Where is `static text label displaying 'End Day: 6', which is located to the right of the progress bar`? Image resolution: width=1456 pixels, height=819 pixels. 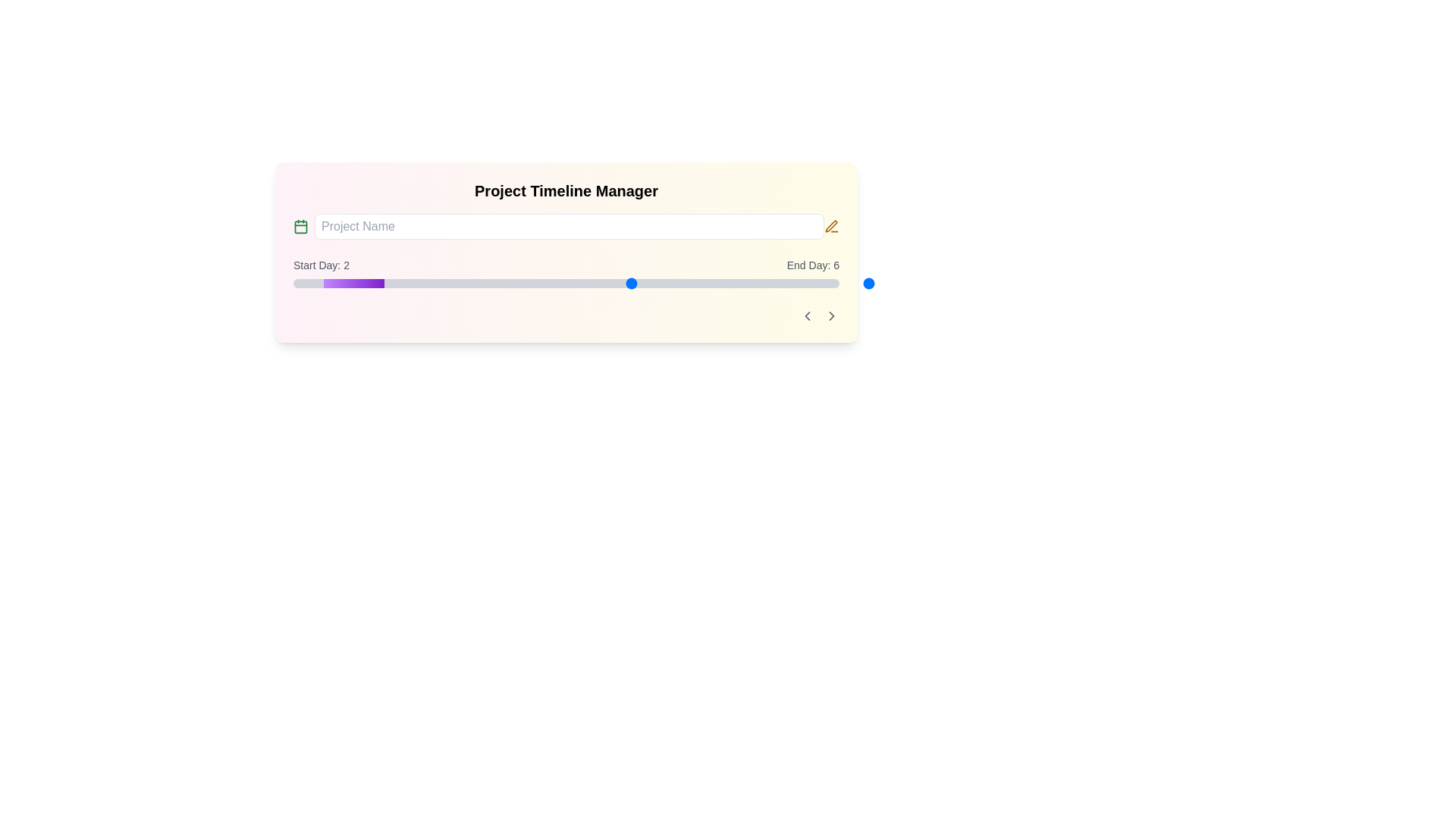
static text label displaying 'End Day: 6', which is located to the right of the progress bar is located at coordinates (812, 265).